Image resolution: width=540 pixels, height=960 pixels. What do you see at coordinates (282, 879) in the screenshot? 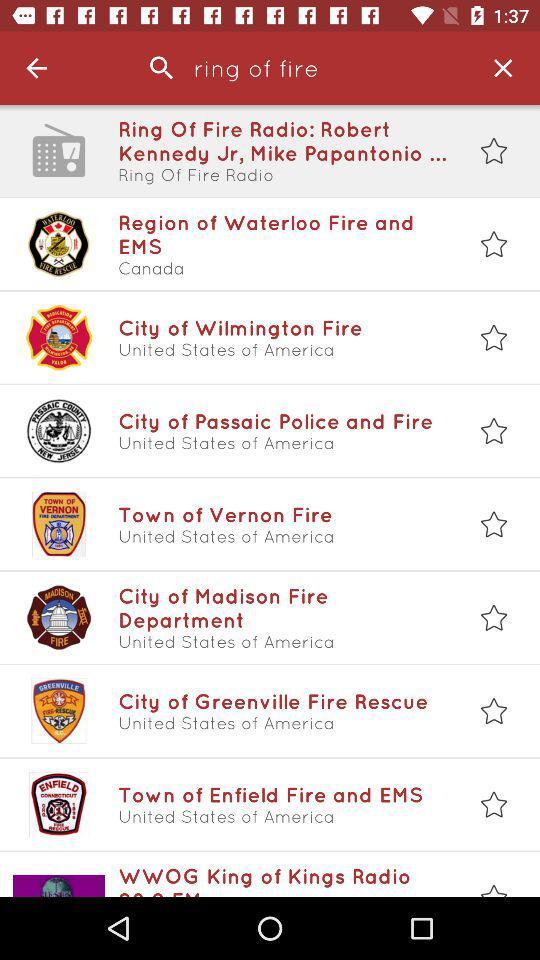
I see `the wwog king of` at bounding box center [282, 879].